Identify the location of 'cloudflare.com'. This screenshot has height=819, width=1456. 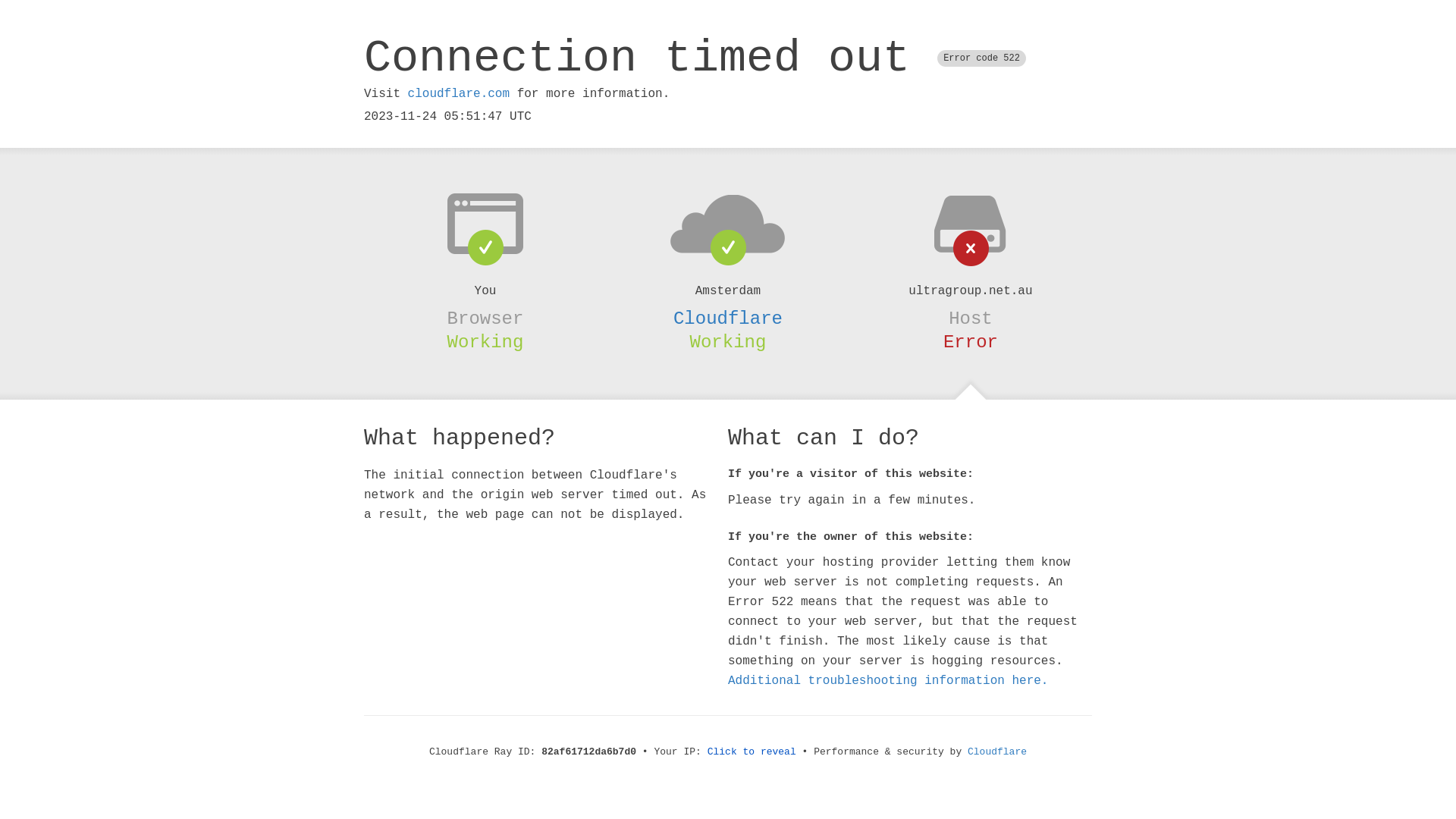
(457, 93).